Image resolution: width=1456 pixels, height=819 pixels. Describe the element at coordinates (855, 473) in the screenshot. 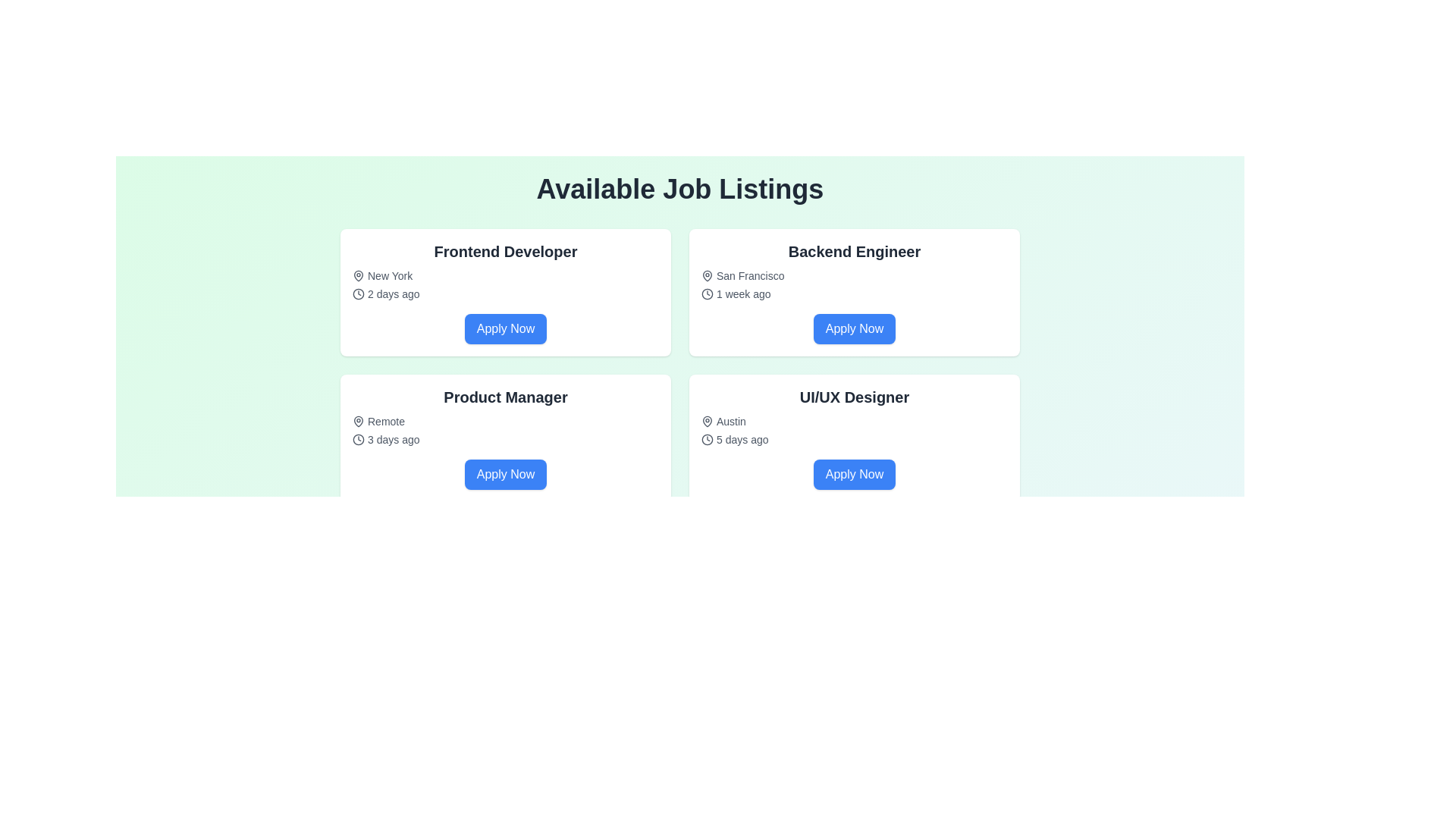

I see `the 'Apply for UI/UX Designer' button located at the bottom right of the job listing card` at that location.